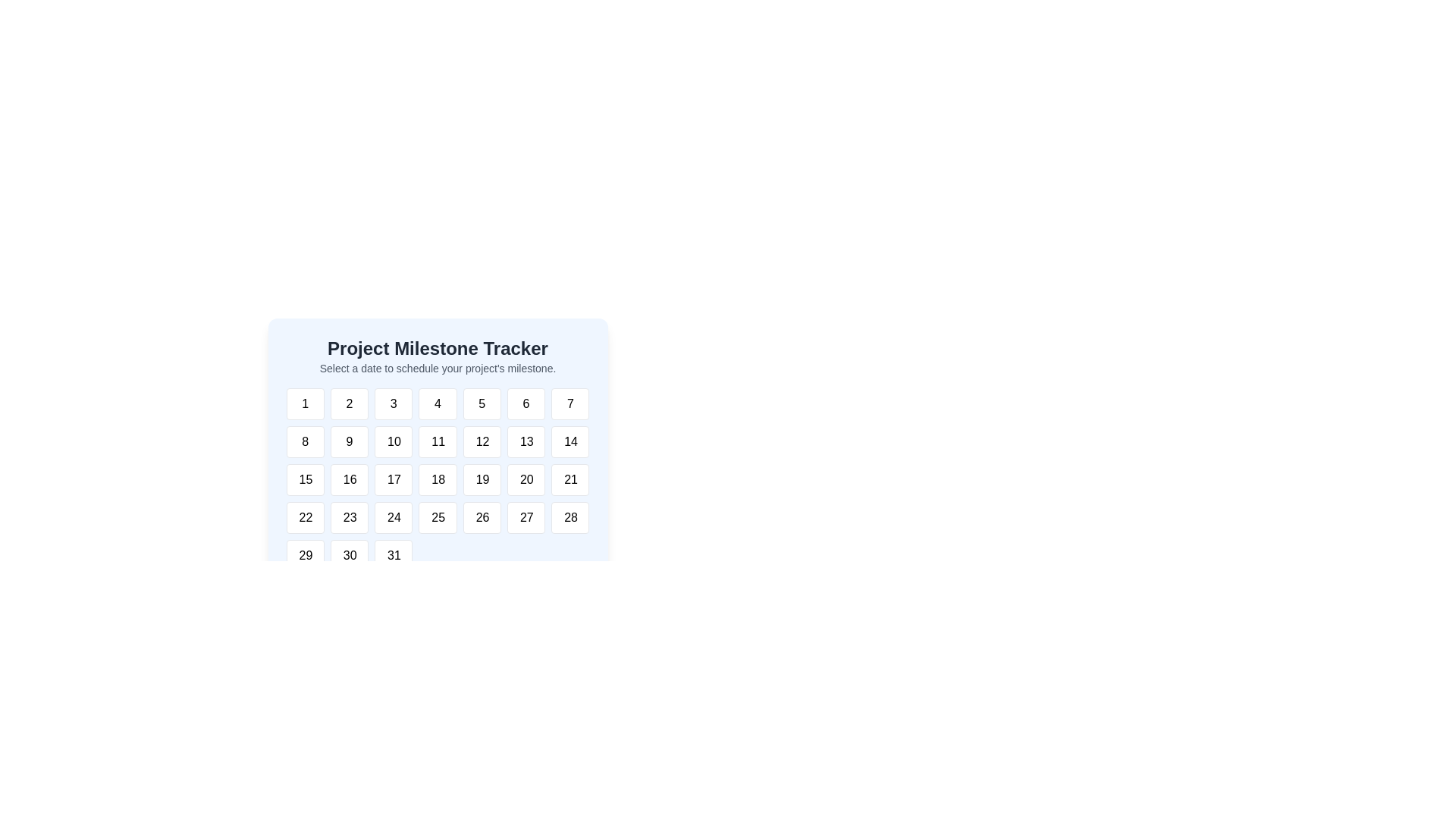 The height and width of the screenshot is (819, 1456). What do you see at coordinates (481, 516) in the screenshot?
I see `the calendar button labeled '26'` at bounding box center [481, 516].